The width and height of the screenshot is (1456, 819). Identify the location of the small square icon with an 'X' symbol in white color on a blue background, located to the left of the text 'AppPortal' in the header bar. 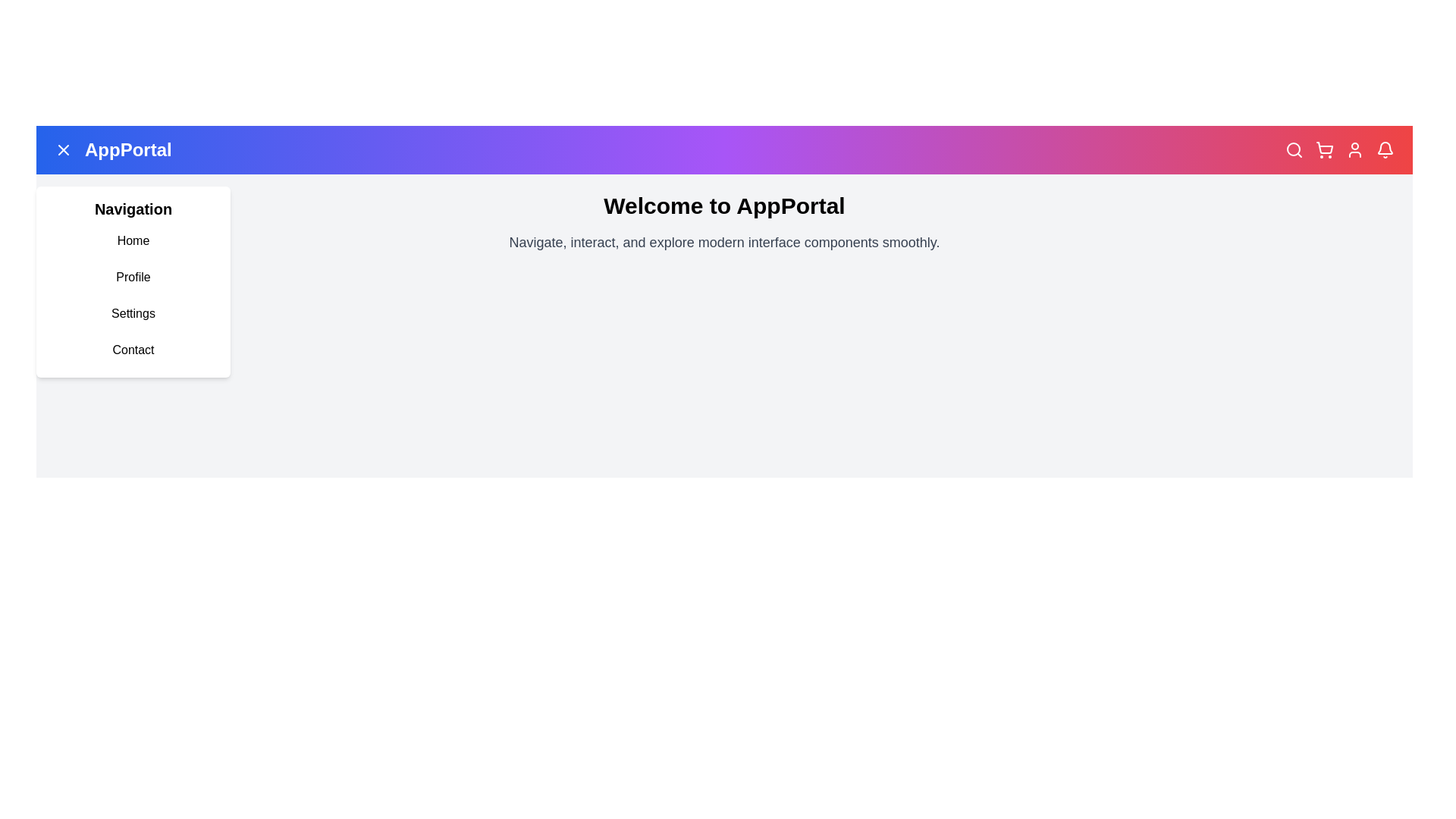
(62, 149).